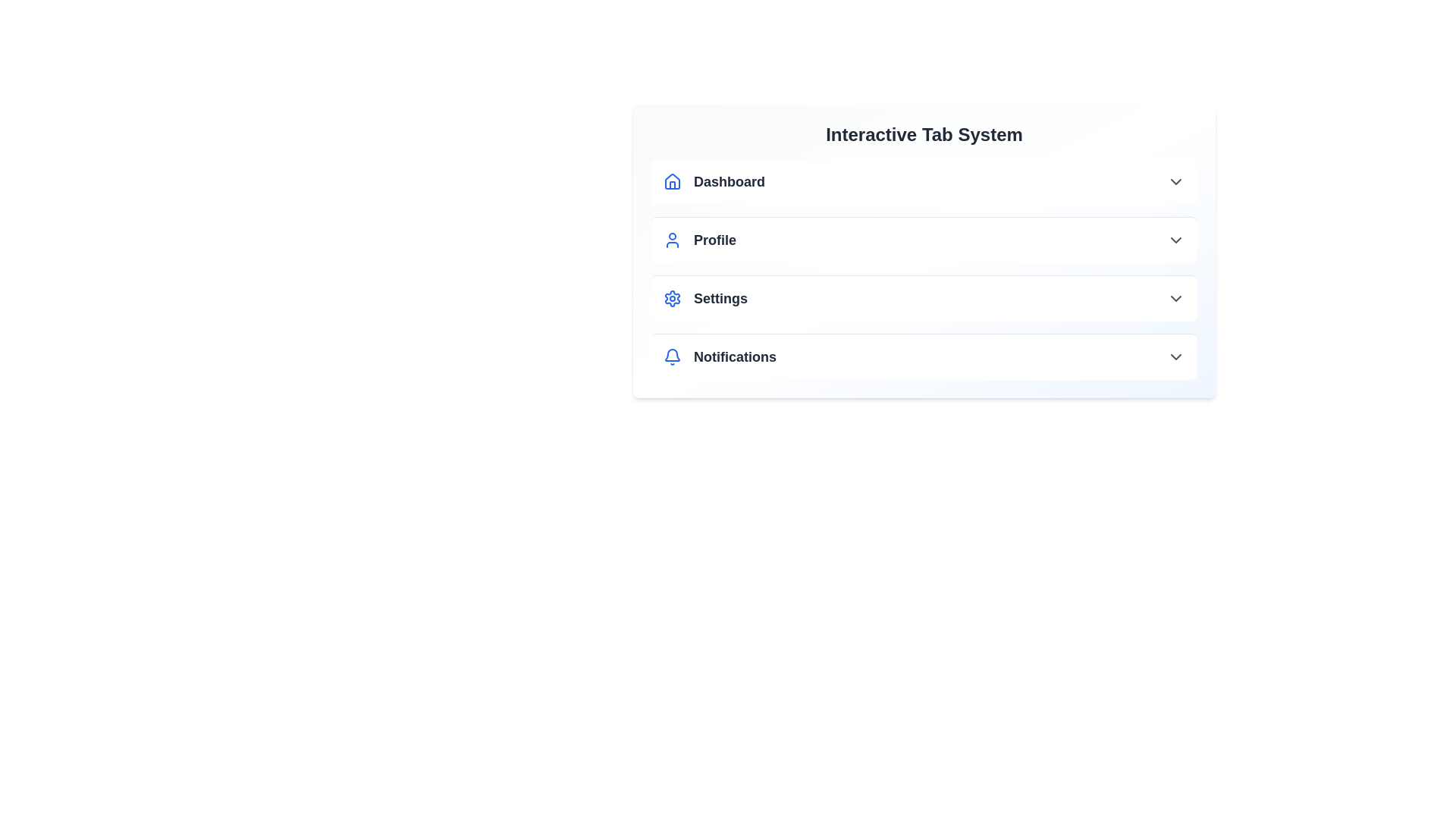 This screenshot has width=1456, height=819. I want to click on the 'Settings' text label in the sidebar menu, which is styled in bold and dark gray, located to the right of the gear icon, so click(720, 298).